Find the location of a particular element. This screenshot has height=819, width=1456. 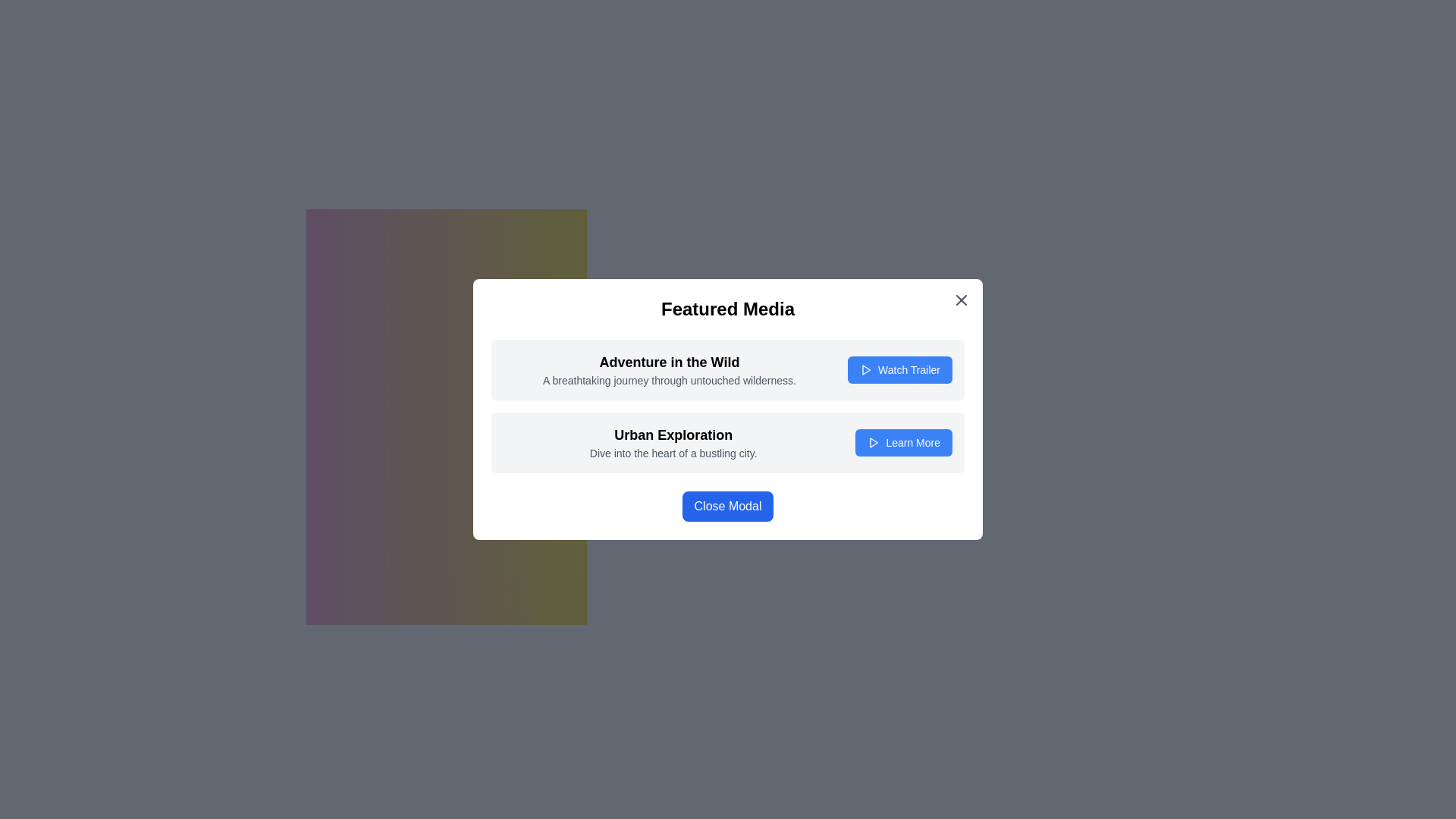

the blue rectangular button labeled 'Watch Trailer' is located at coordinates (909, 370).